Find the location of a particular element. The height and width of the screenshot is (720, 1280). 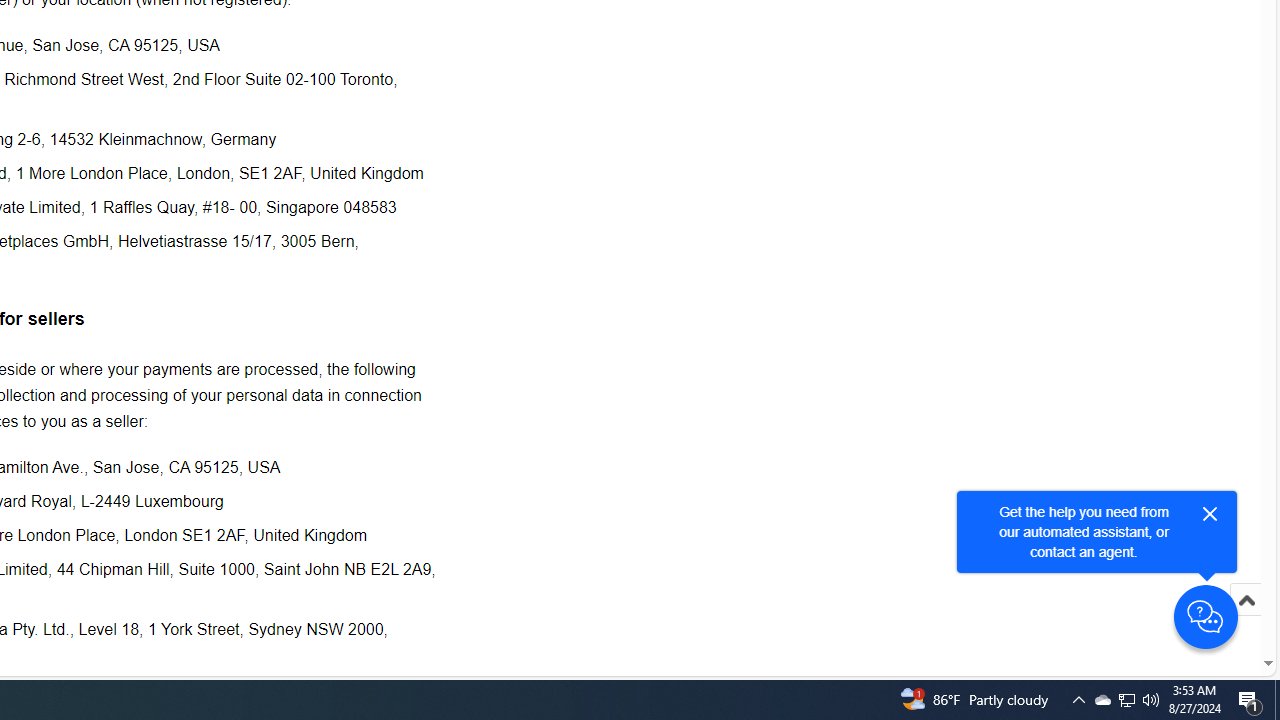

'Scroll to top' is located at coordinates (1245, 620).